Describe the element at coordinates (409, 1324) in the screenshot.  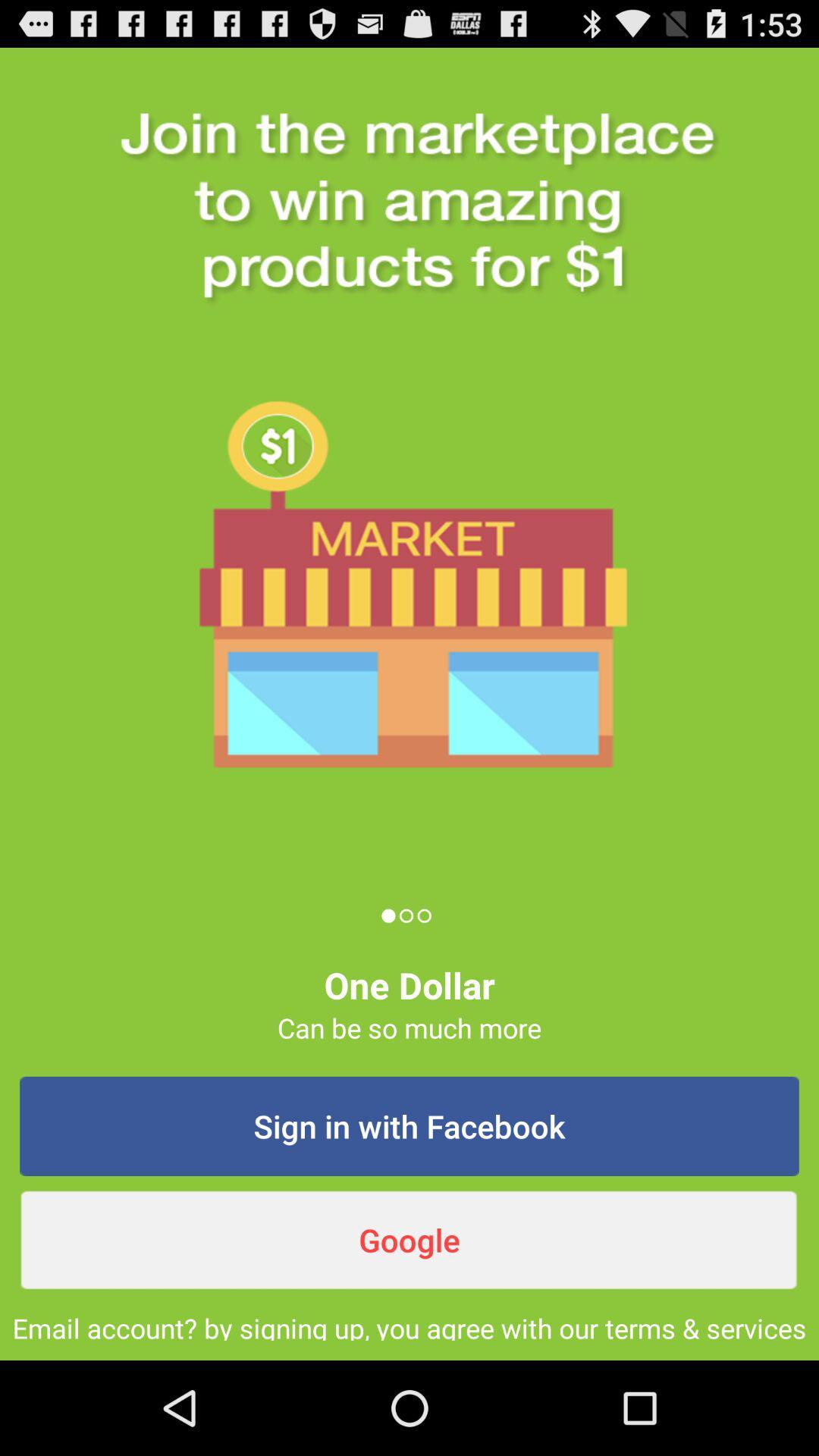
I see `the email account by icon` at that location.